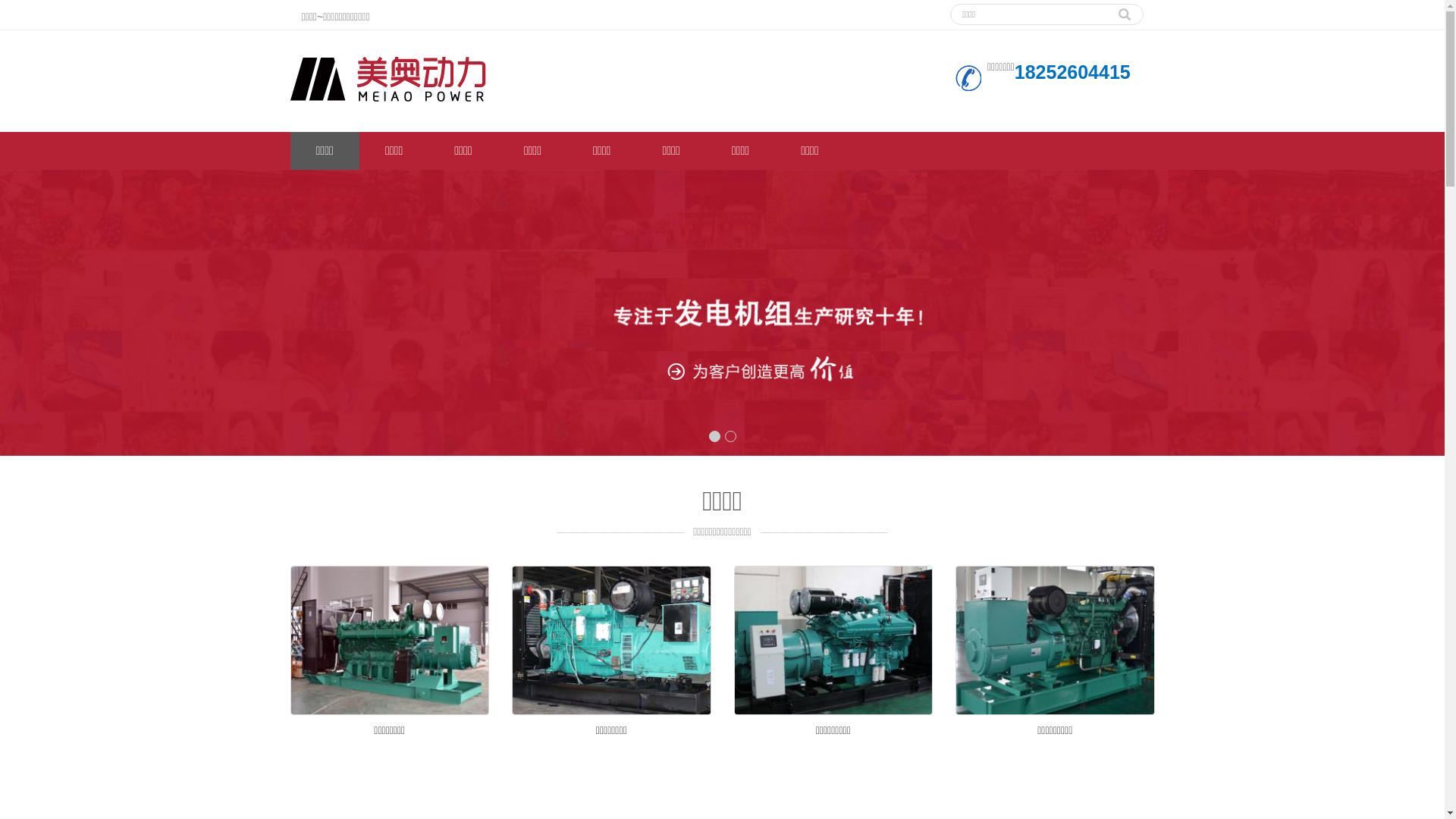 The height and width of the screenshot is (819, 1456). What do you see at coordinates (730, 436) in the screenshot?
I see `'2'` at bounding box center [730, 436].